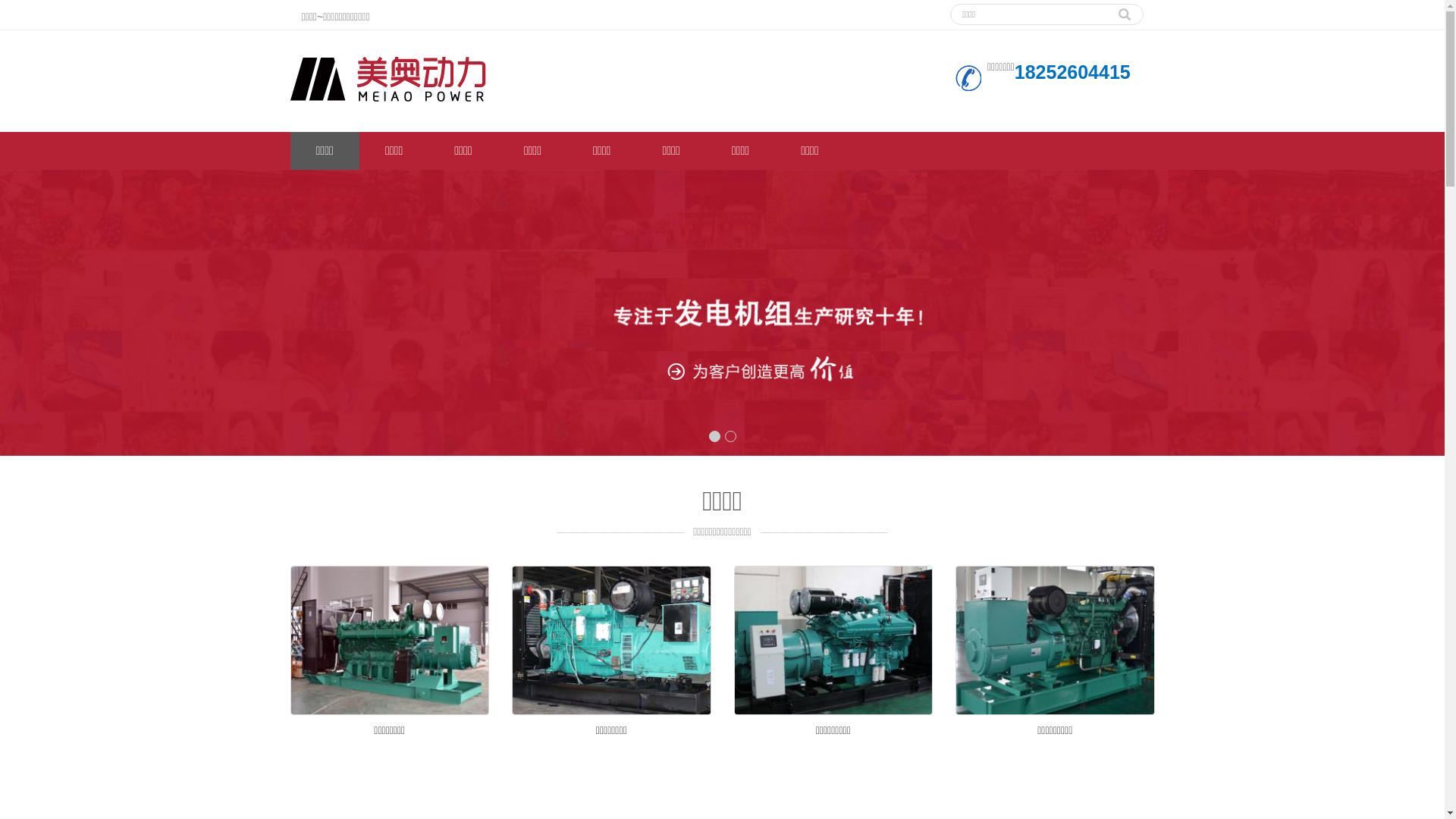 The height and width of the screenshot is (819, 1456). What do you see at coordinates (730, 436) in the screenshot?
I see `'2'` at bounding box center [730, 436].